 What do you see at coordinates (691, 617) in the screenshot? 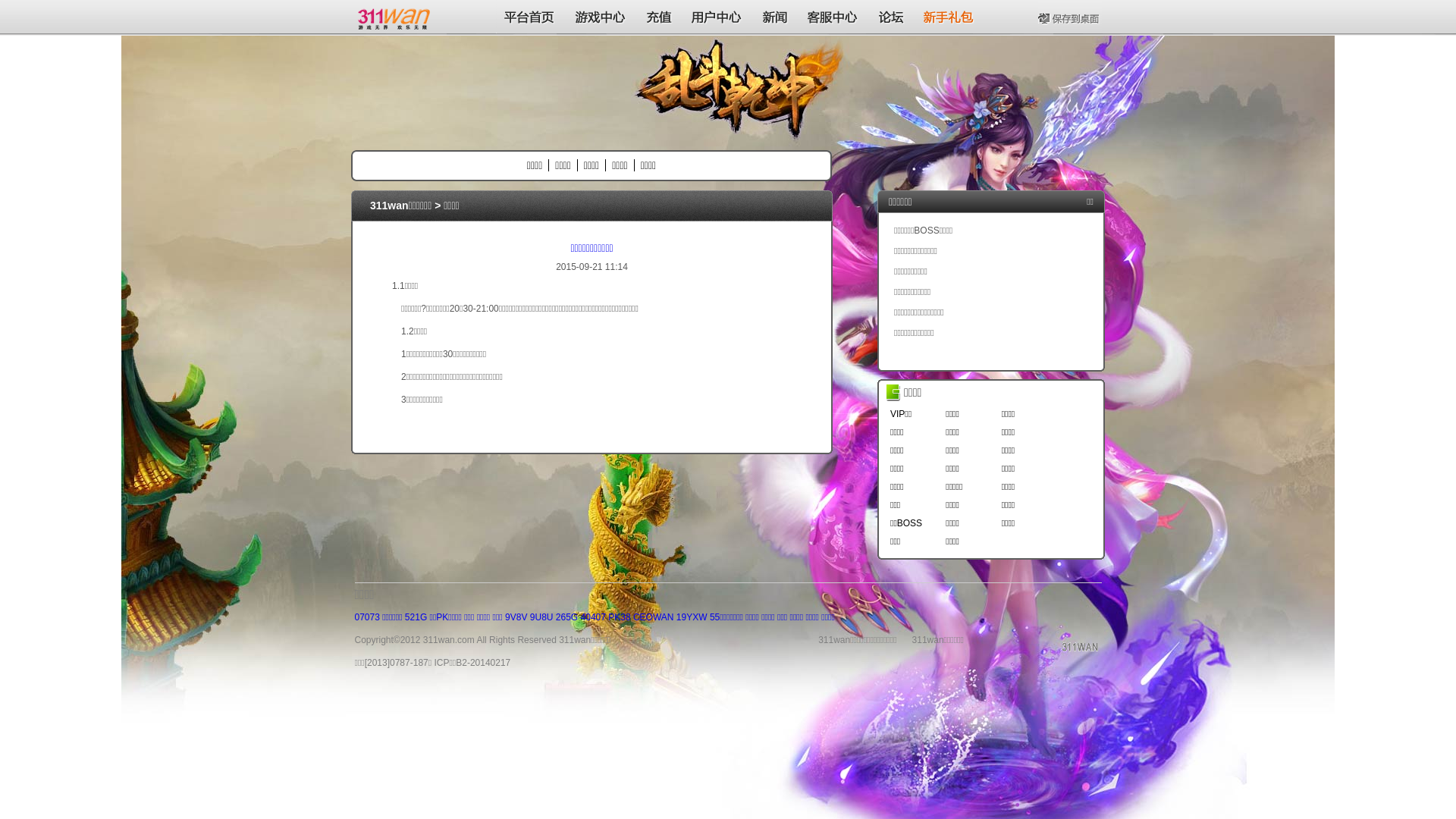
I see `'19YXW'` at bounding box center [691, 617].